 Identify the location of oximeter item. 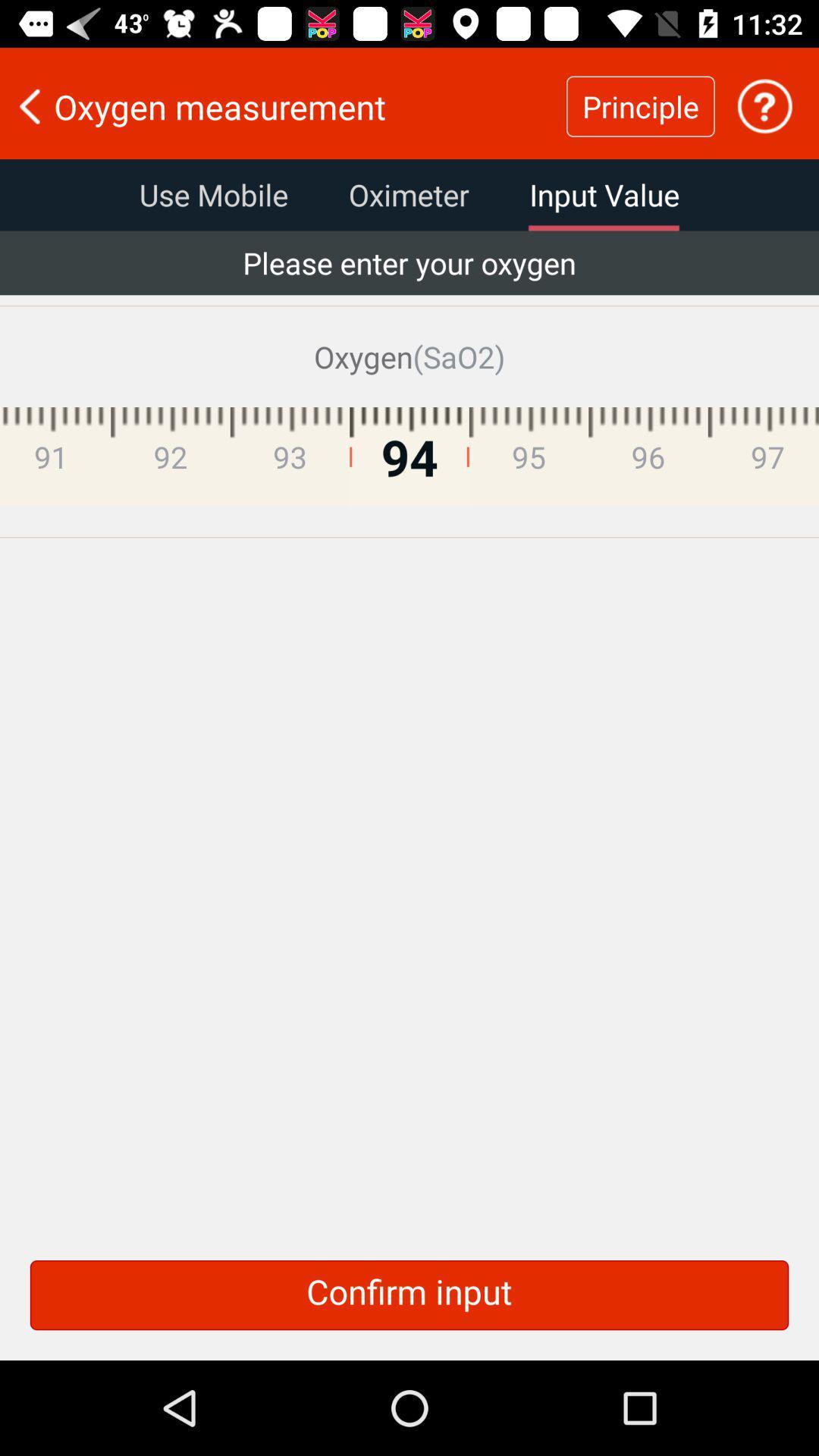
(408, 194).